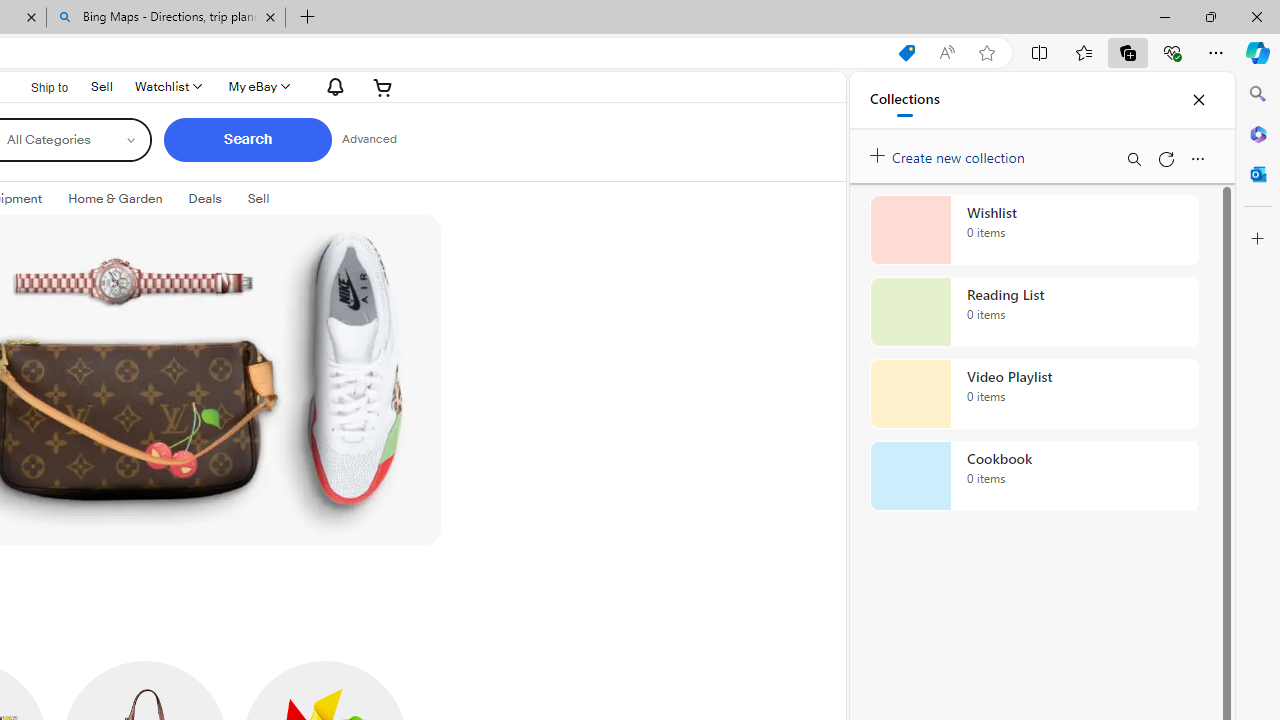  What do you see at coordinates (1034, 394) in the screenshot?
I see `'Video Playlist collection, 0 items'` at bounding box center [1034, 394].